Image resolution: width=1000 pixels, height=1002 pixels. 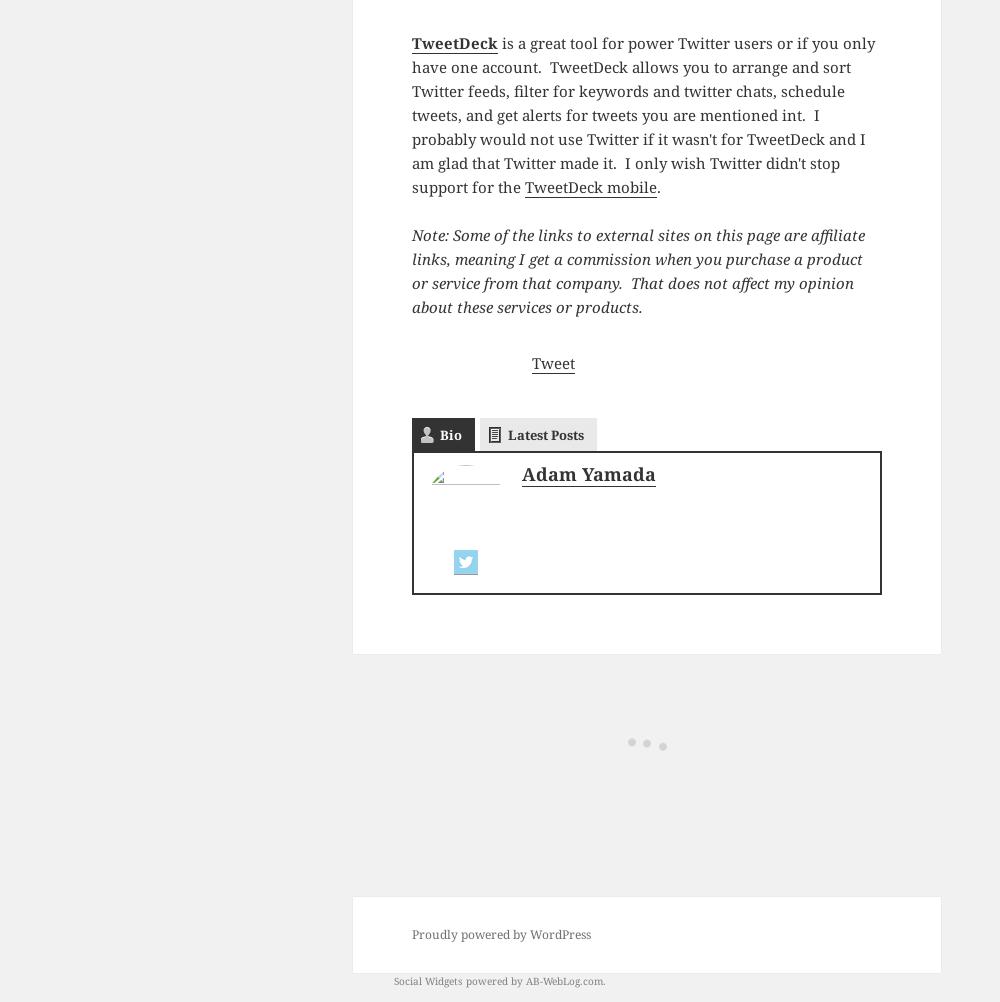 I want to click on 'Latest Posts', so click(x=545, y=432).